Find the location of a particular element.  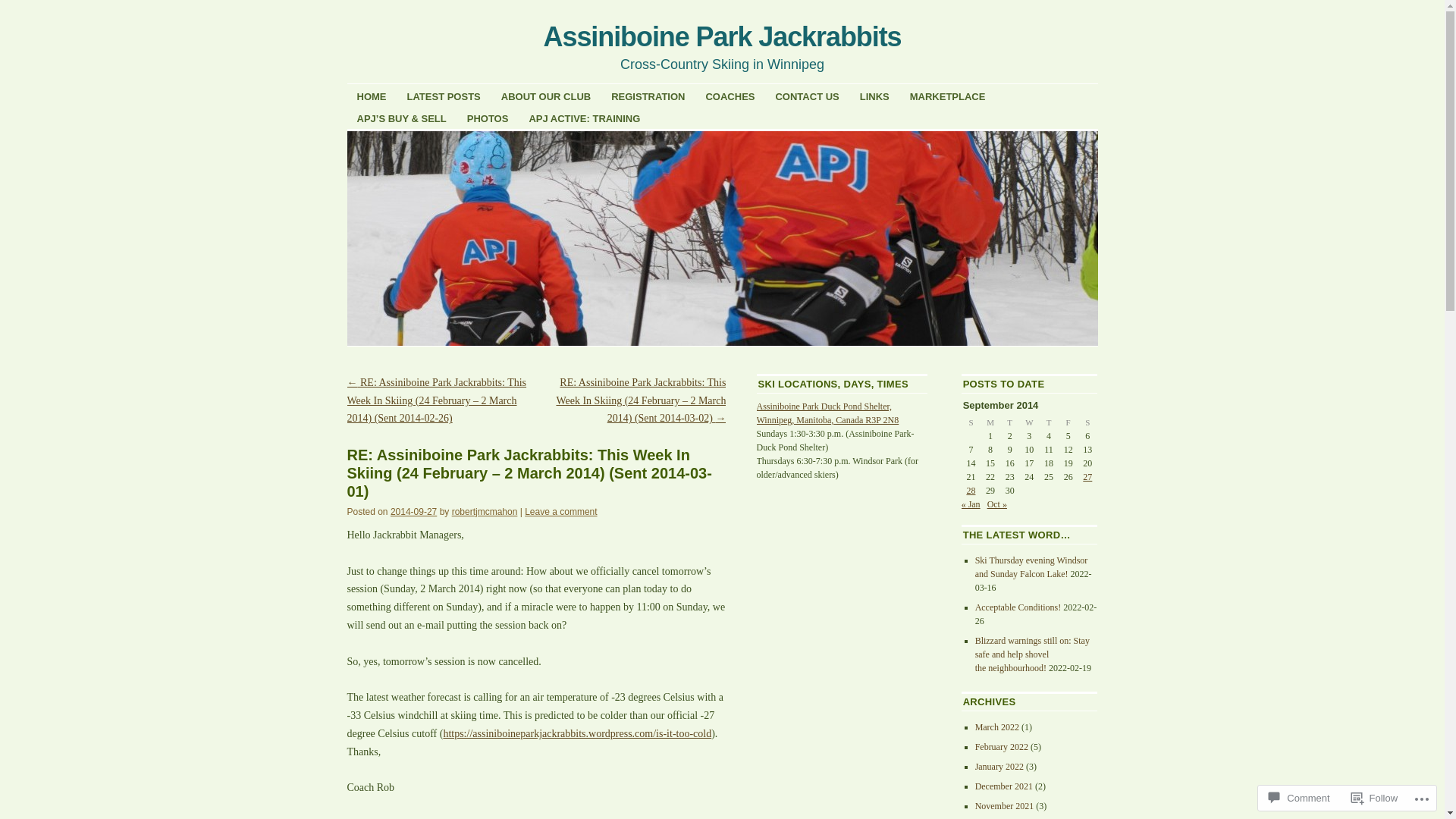

'robertjmcmahon' is located at coordinates (484, 512).